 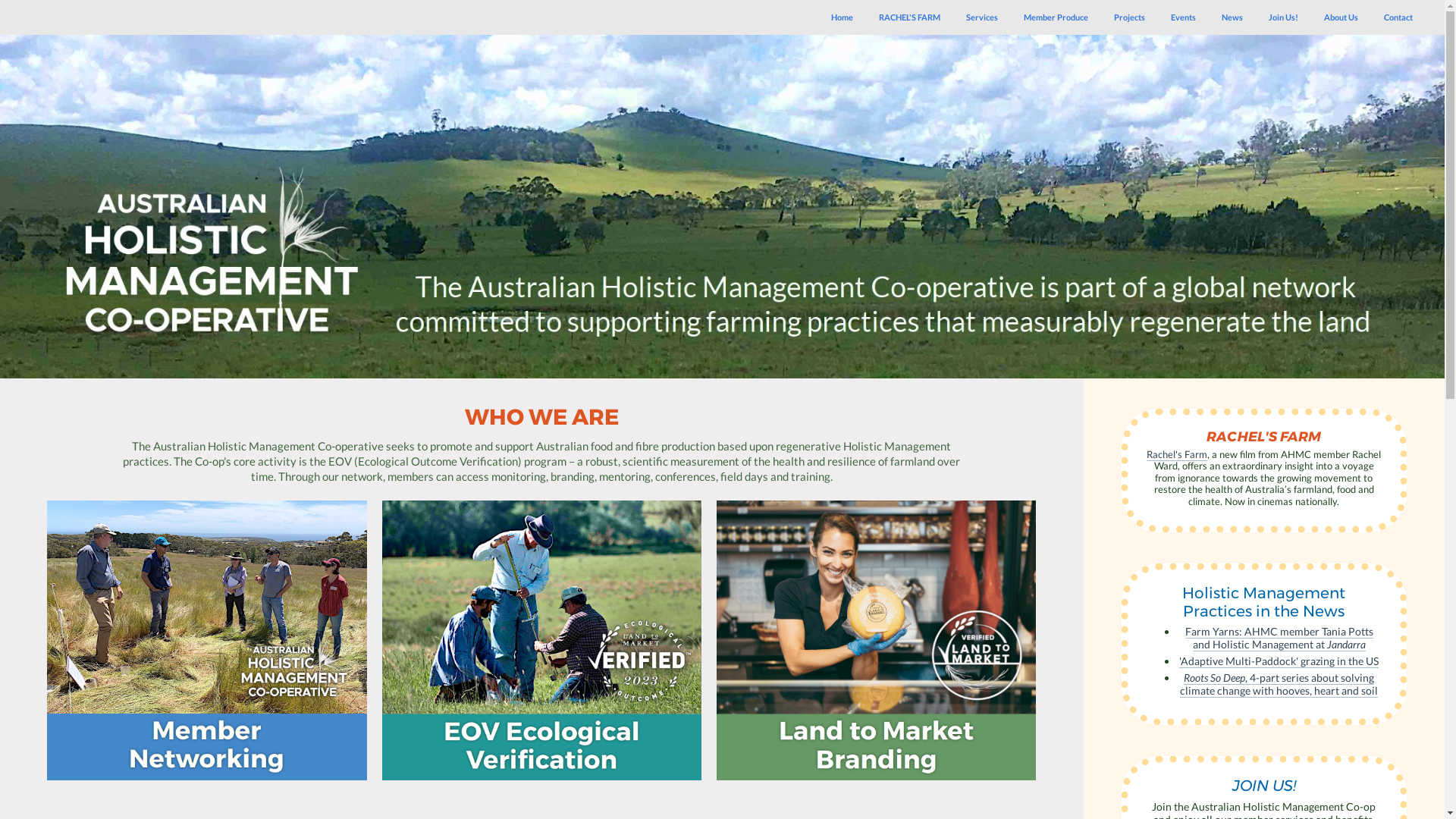 What do you see at coordinates (1278, 660) in the screenshot?
I see `''Adaptive Multi-Paddock' grazing in the US'` at bounding box center [1278, 660].